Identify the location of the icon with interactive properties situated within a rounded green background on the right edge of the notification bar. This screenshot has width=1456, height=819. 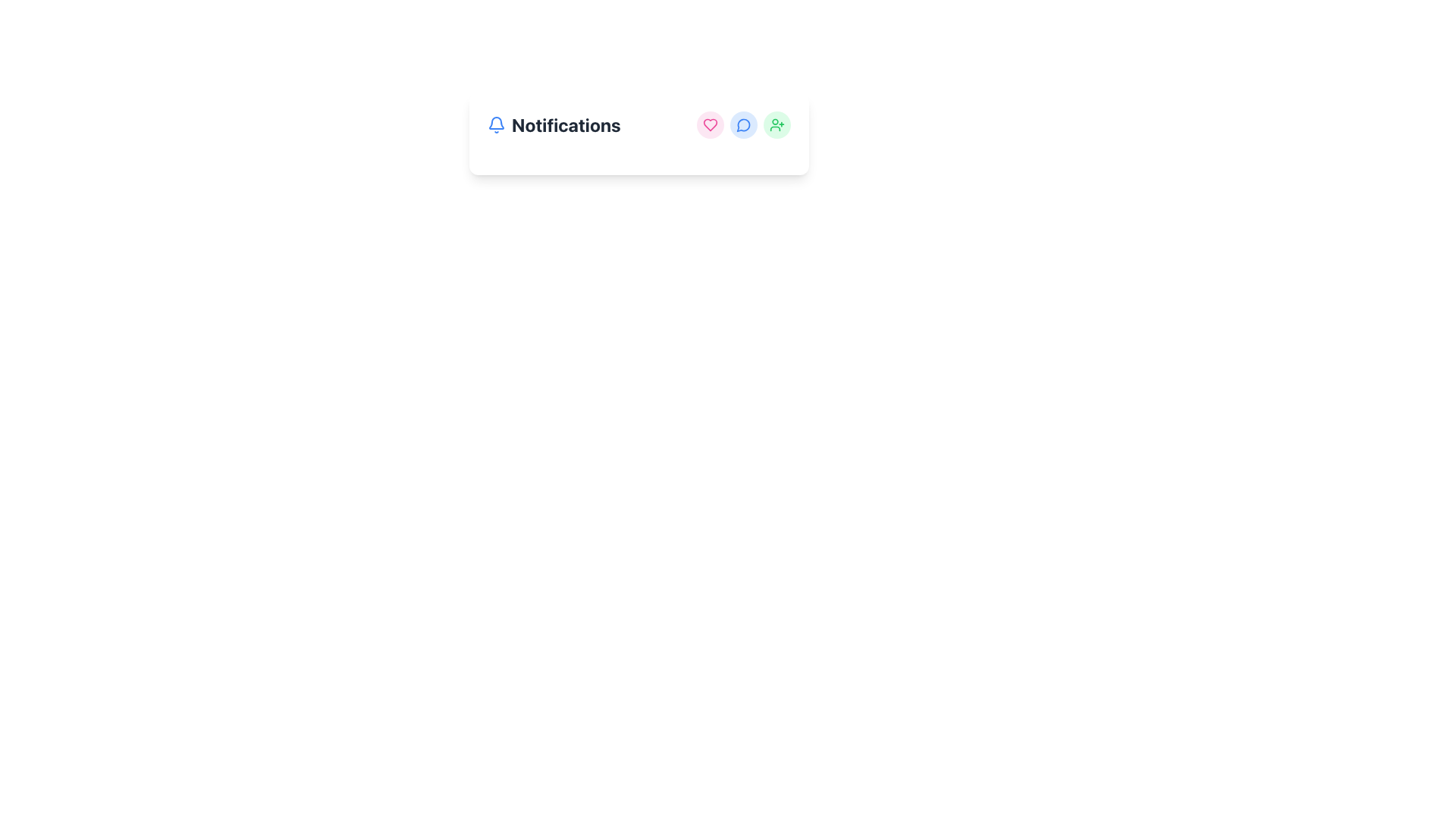
(777, 124).